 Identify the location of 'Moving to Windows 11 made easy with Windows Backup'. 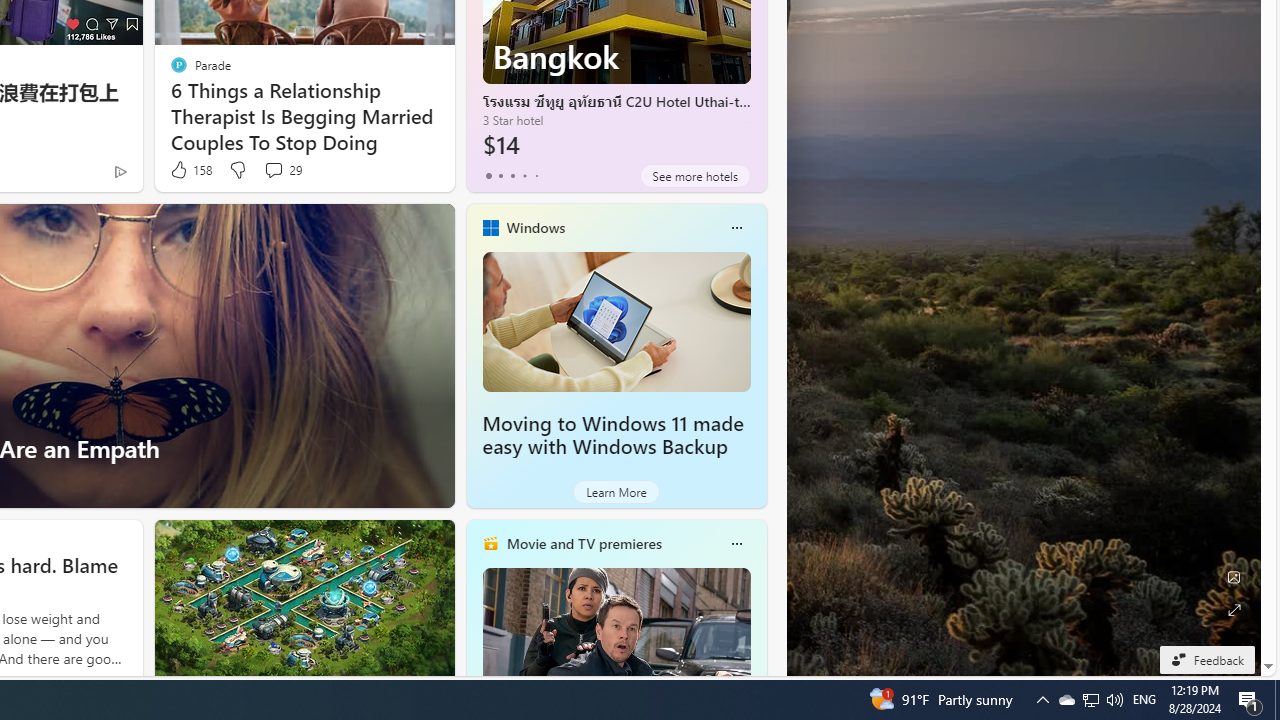
(615, 320).